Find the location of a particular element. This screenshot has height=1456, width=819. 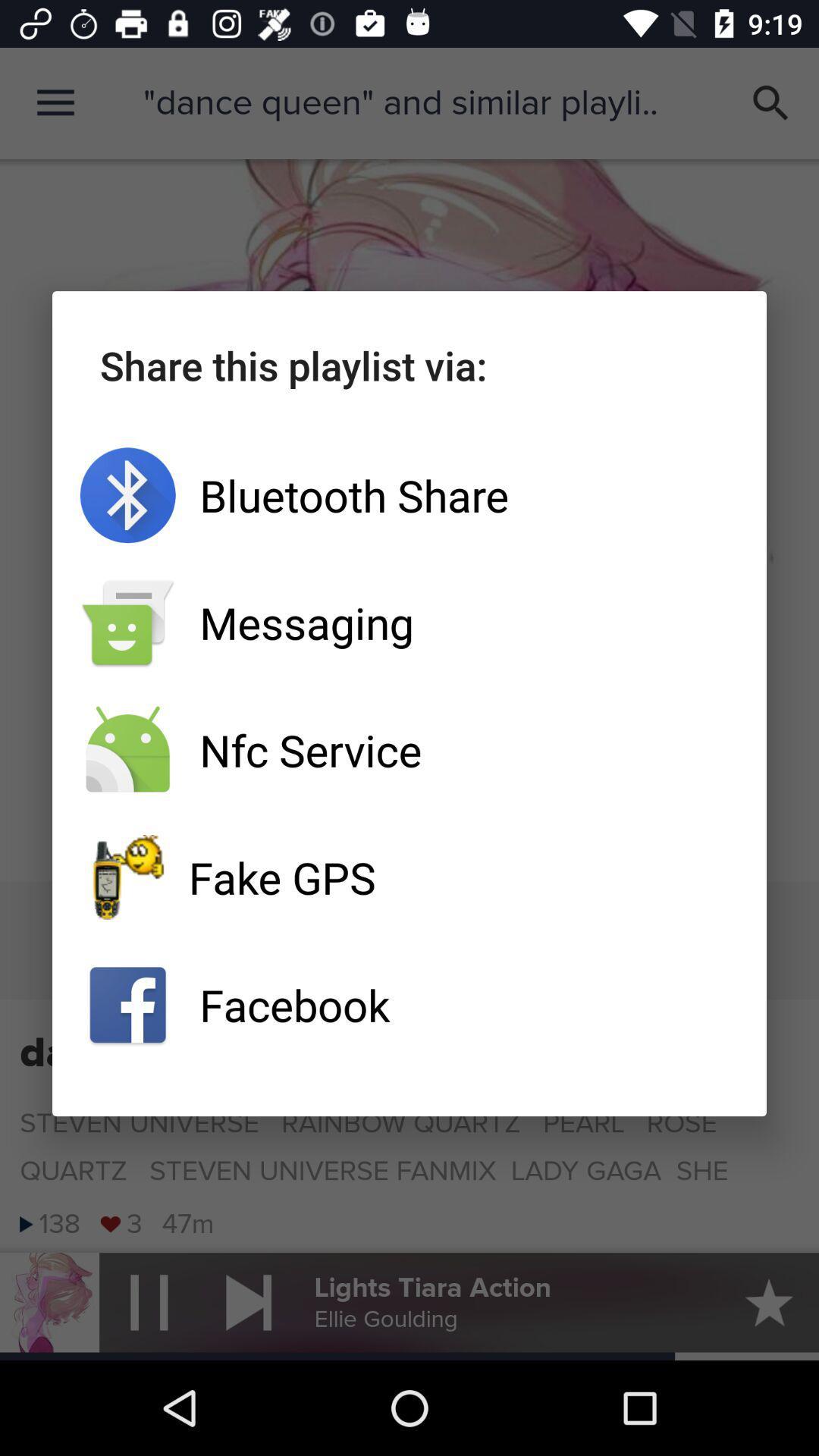

item below share this playlist icon is located at coordinates (409, 495).